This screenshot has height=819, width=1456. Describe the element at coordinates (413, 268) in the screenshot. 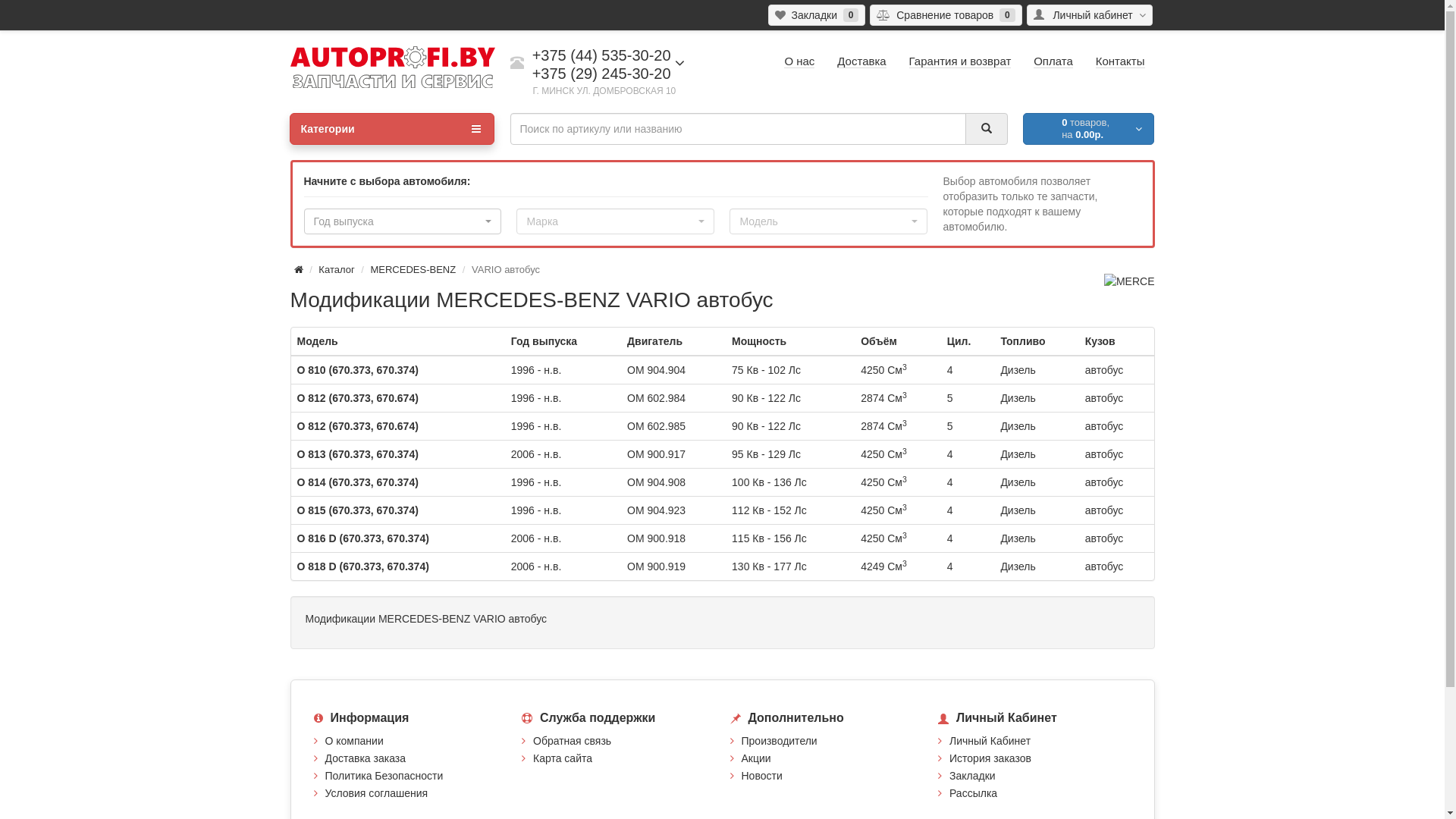

I see `'MERCEDES-BENZ'` at that location.